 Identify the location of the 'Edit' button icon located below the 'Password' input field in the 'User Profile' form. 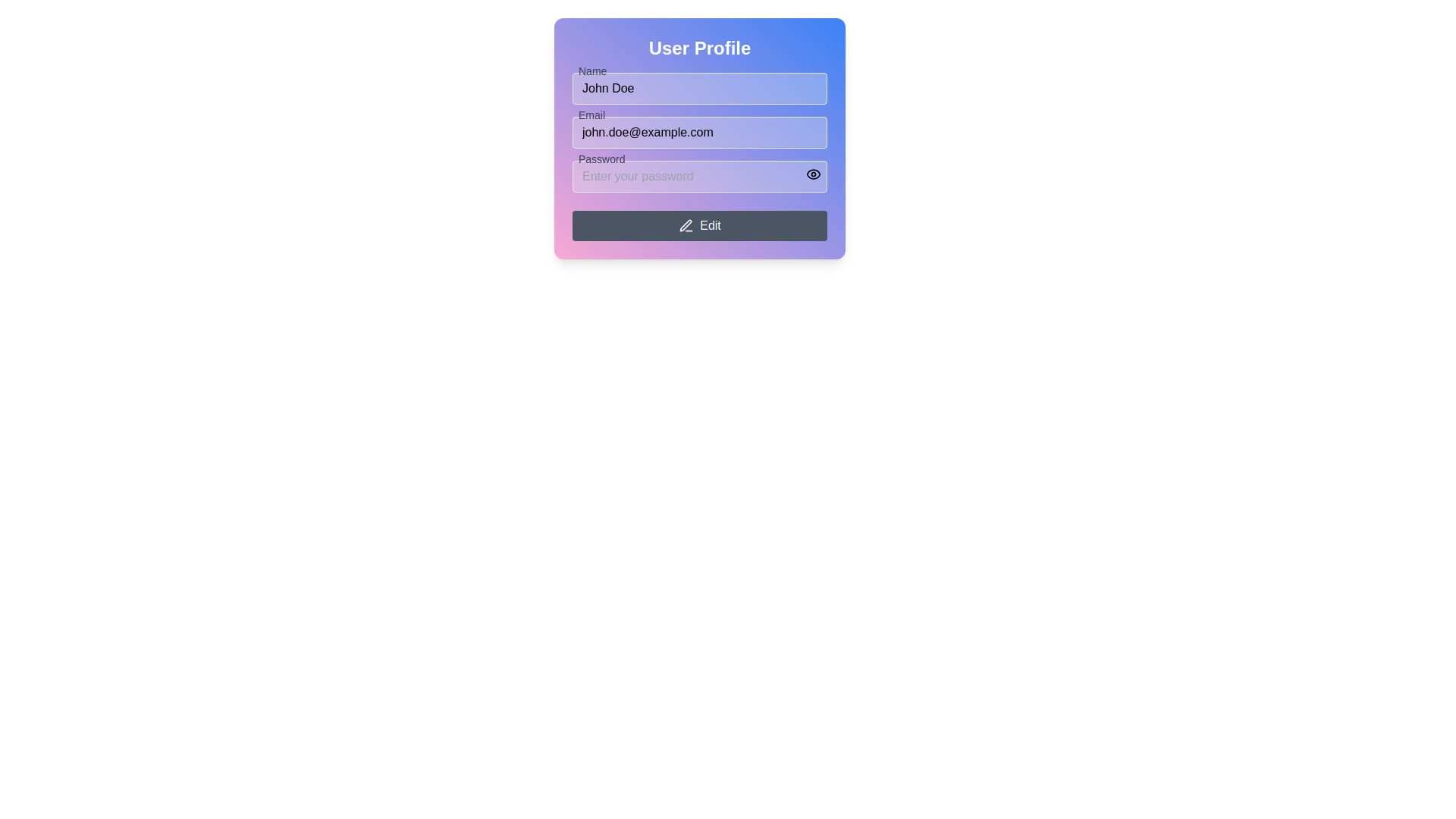
(686, 225).